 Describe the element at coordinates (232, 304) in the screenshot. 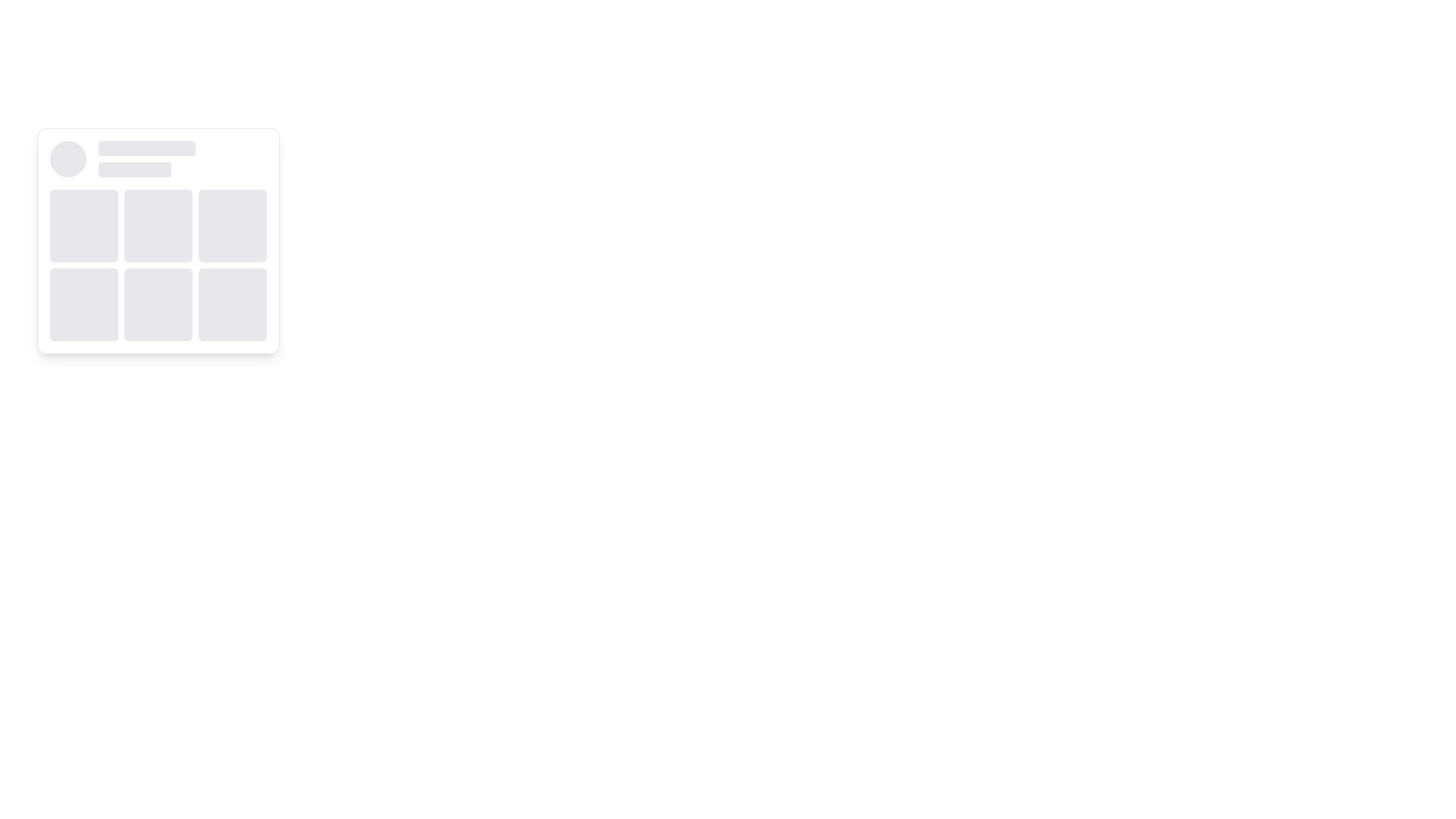

I see `the placeholder block located in the last cell of a 3x2 grid layout, specifically in the third column of the second row` at that location.